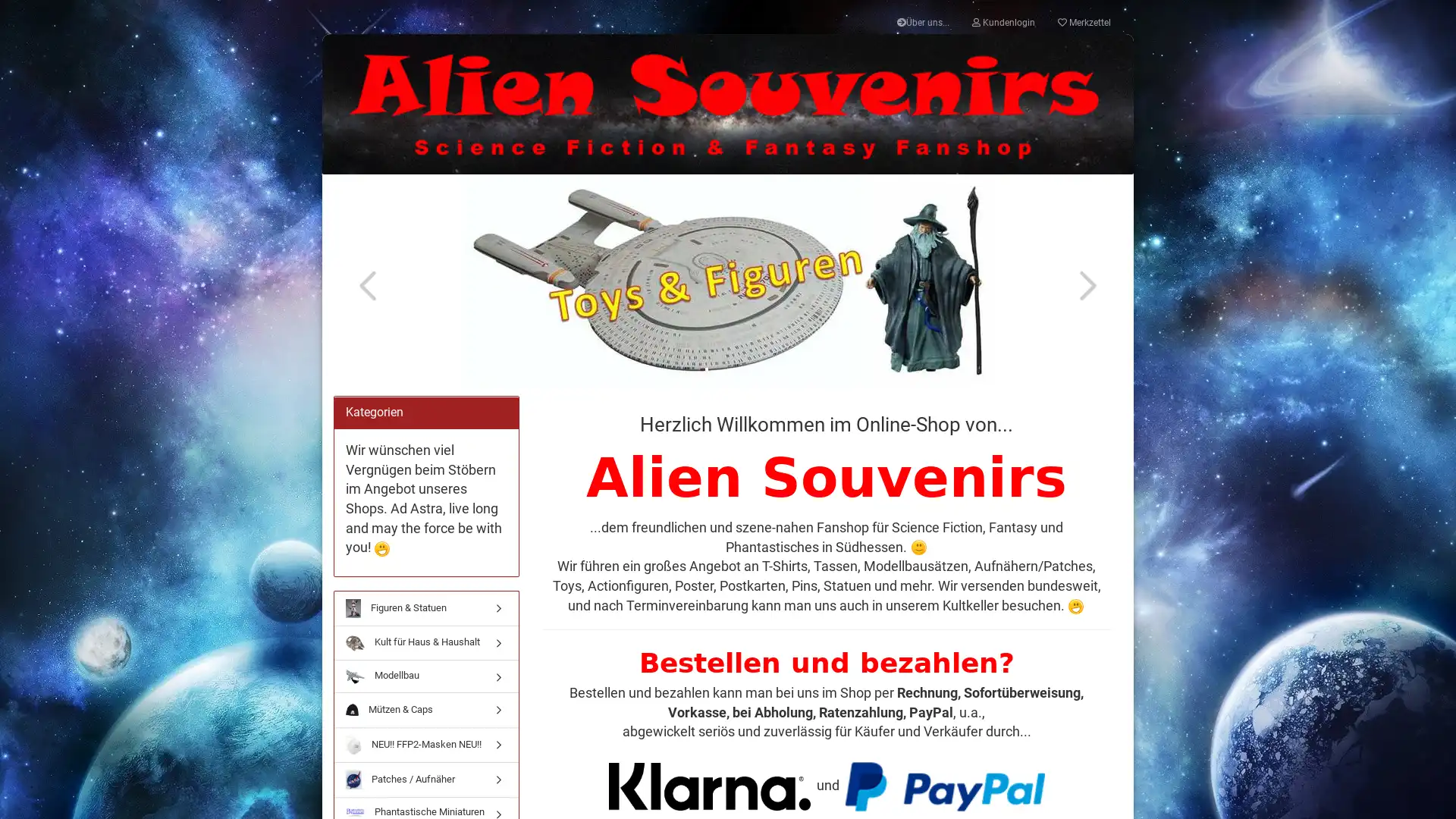 The width and height of the screenshot is (1456, 819). Describe the element at coordinates (920, 195) in the screenshot. I see `Anmelden` at that location.